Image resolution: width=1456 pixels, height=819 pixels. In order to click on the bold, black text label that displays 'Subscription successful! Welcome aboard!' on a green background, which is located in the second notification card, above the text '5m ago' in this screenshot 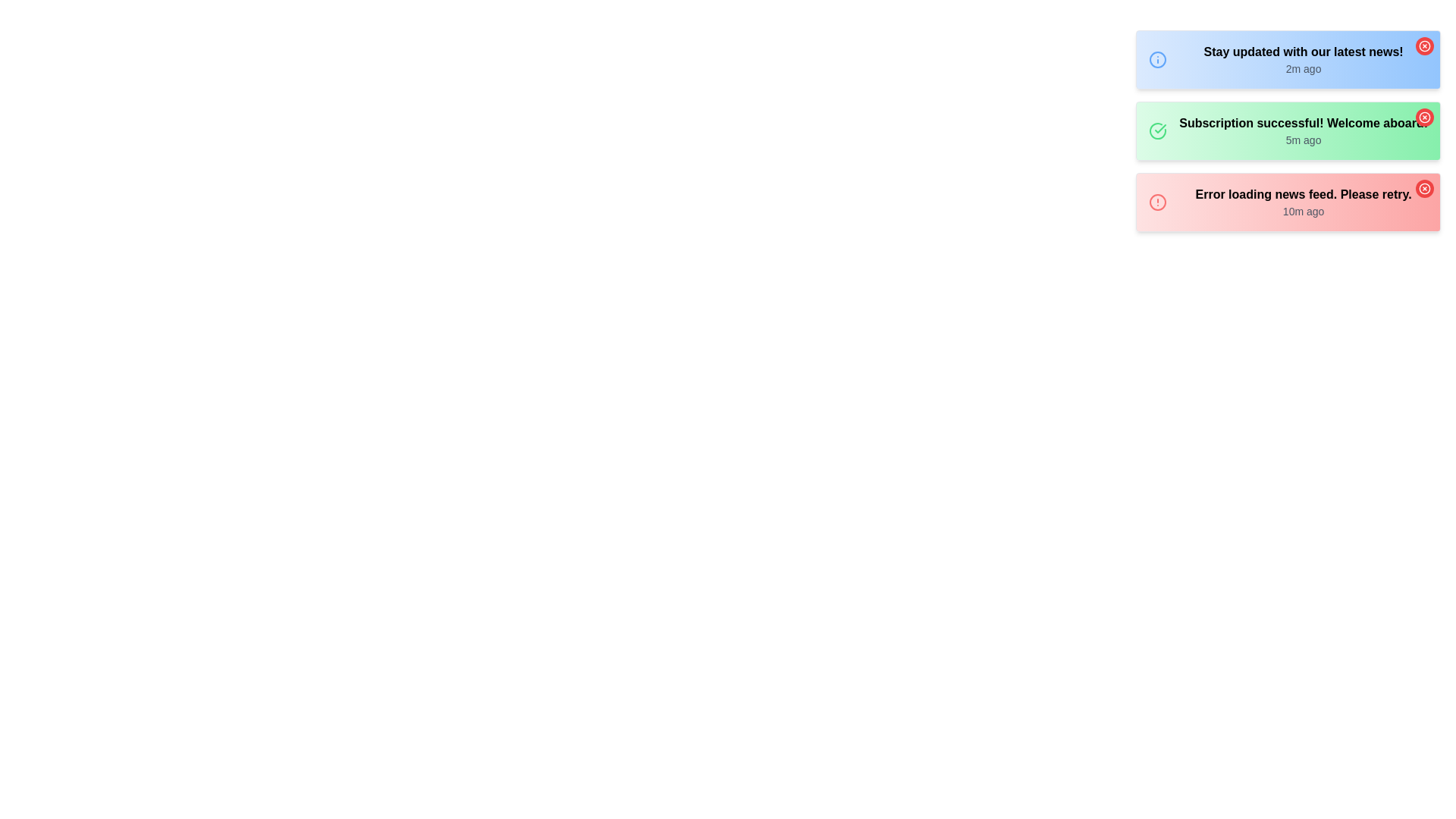, I will do `click(1303, 122)`.